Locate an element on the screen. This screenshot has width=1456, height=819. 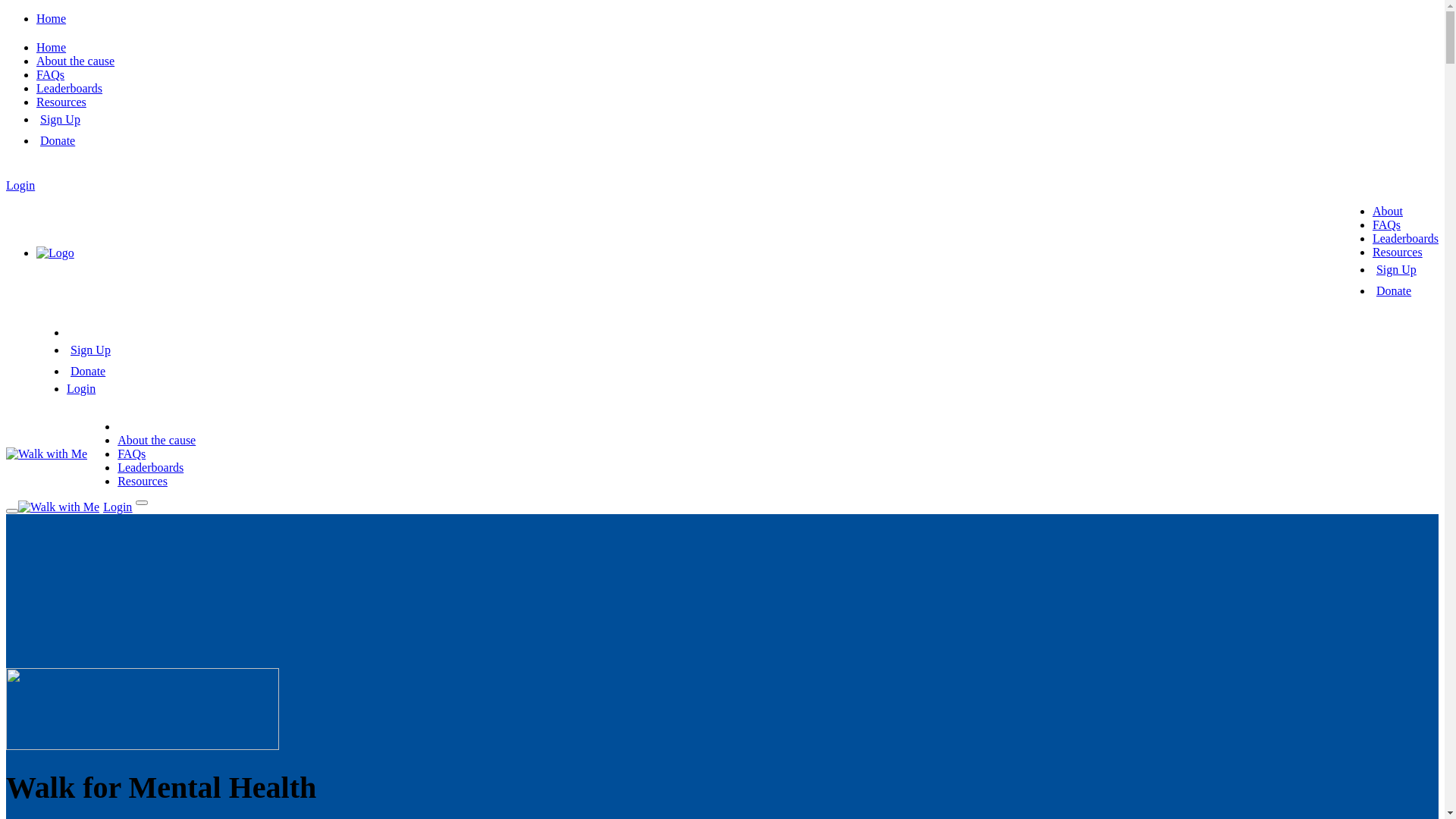
'Login' is located at coordinates (116, 507).